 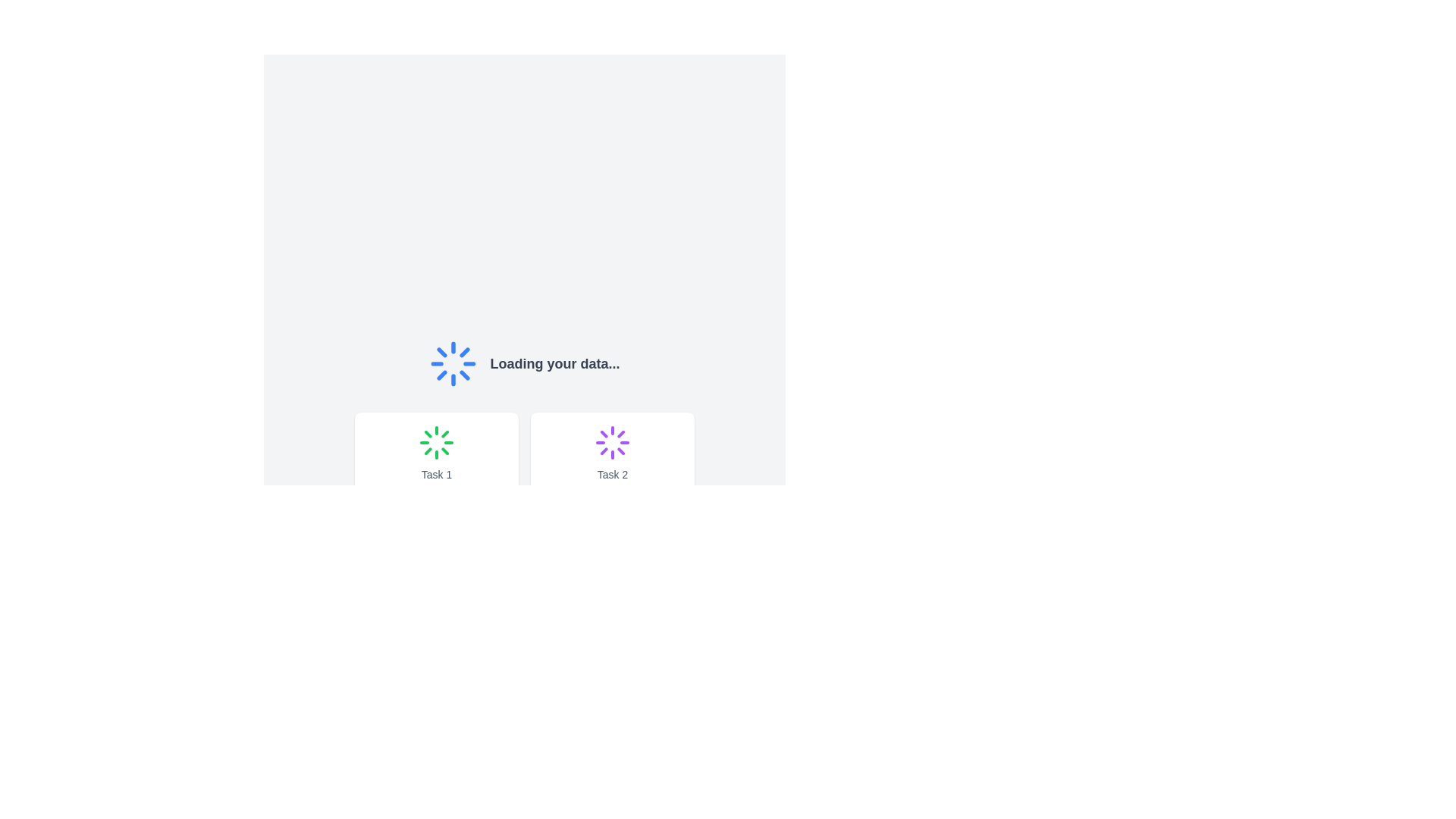 What do you see at coordinates (436, 473) in the screenshot?
I see `text label displaying 'Task 1', which is styled with a smaller font size and medium weight, located at the center of the first card on the left side of a horizontally-aligned layout` at bounding box center [436, 473].